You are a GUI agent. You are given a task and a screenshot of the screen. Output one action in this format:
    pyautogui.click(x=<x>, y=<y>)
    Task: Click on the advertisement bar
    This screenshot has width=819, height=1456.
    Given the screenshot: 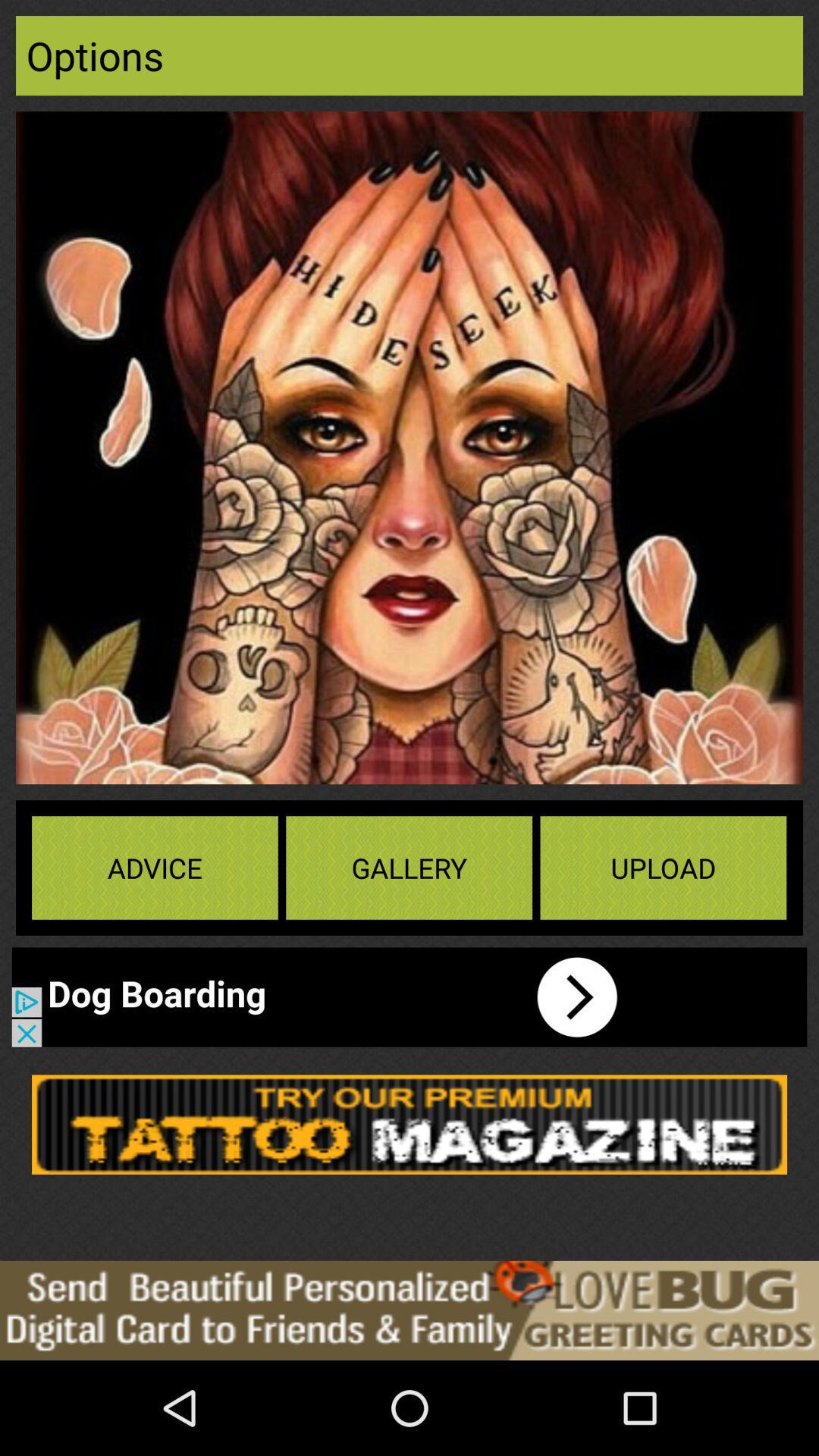 What is the action you would take?
    pyautogui.click(x=329, y=997)
    